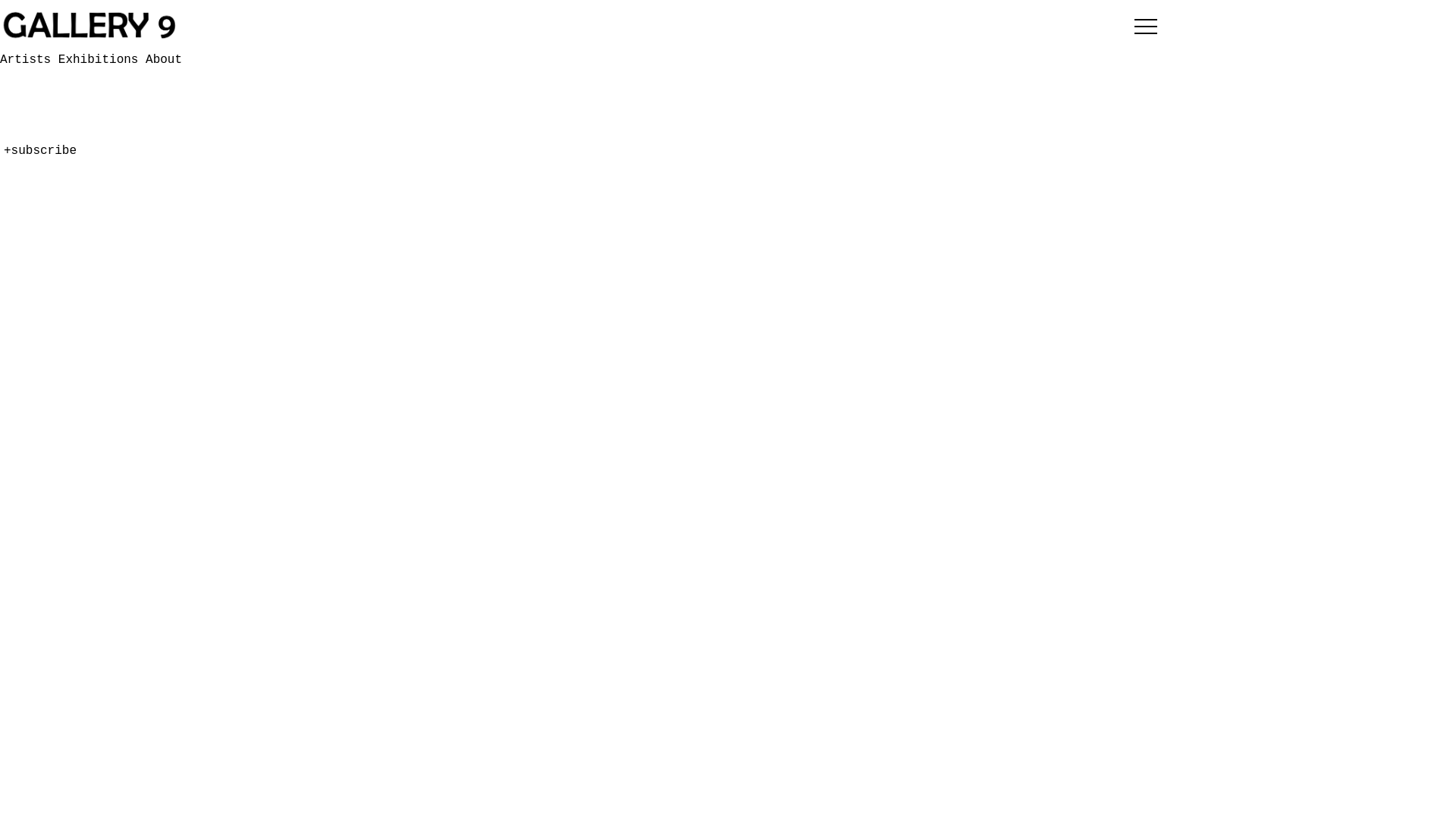 This screenshot has height=819, width=1456. I want to click on '+subscribe', so click(39, 151).